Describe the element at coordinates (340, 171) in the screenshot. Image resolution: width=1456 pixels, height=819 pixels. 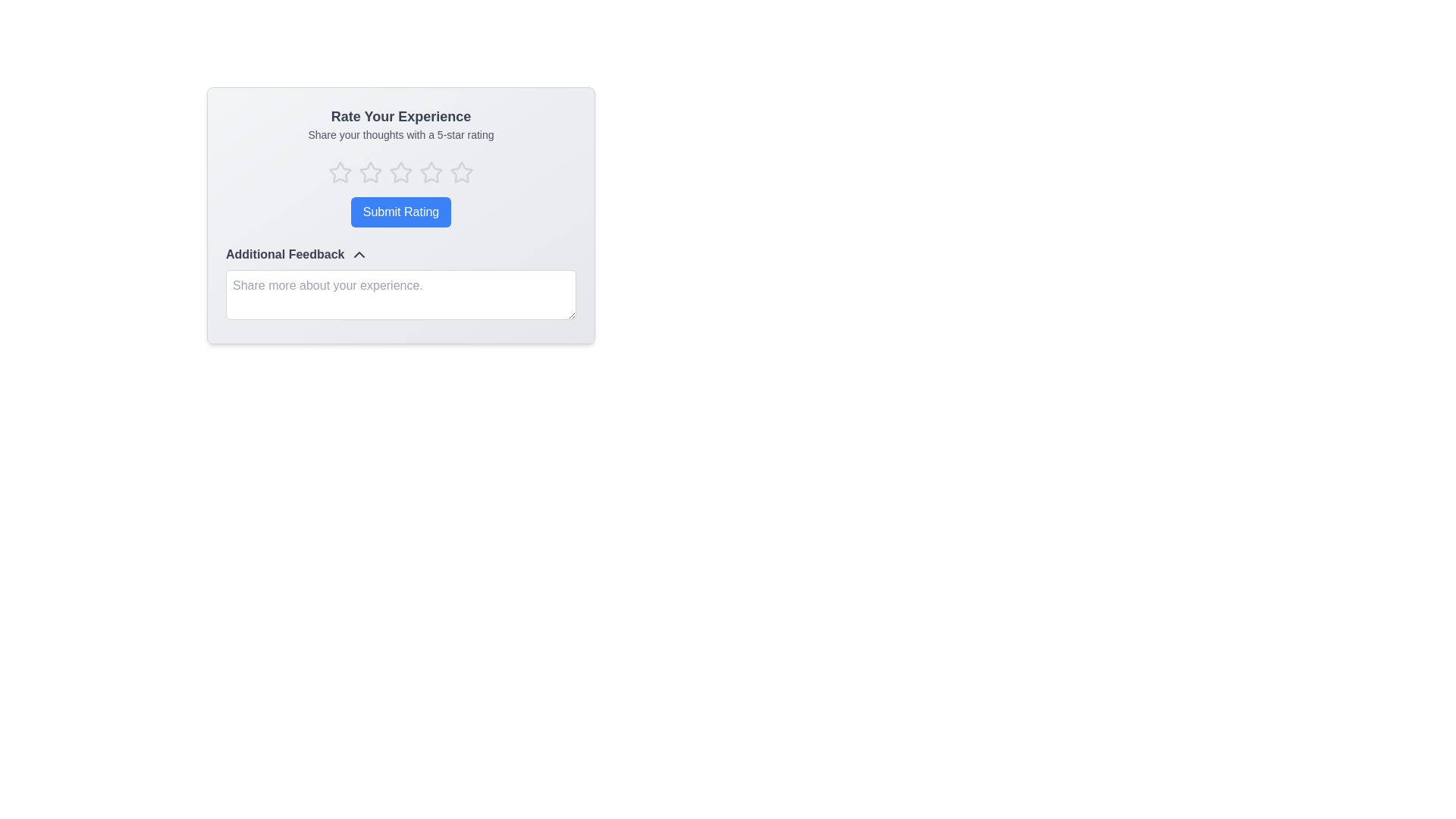
I see `the first star icon in a horizontal series of five, which is outlined in light gray and has a hollow interior` at that location.